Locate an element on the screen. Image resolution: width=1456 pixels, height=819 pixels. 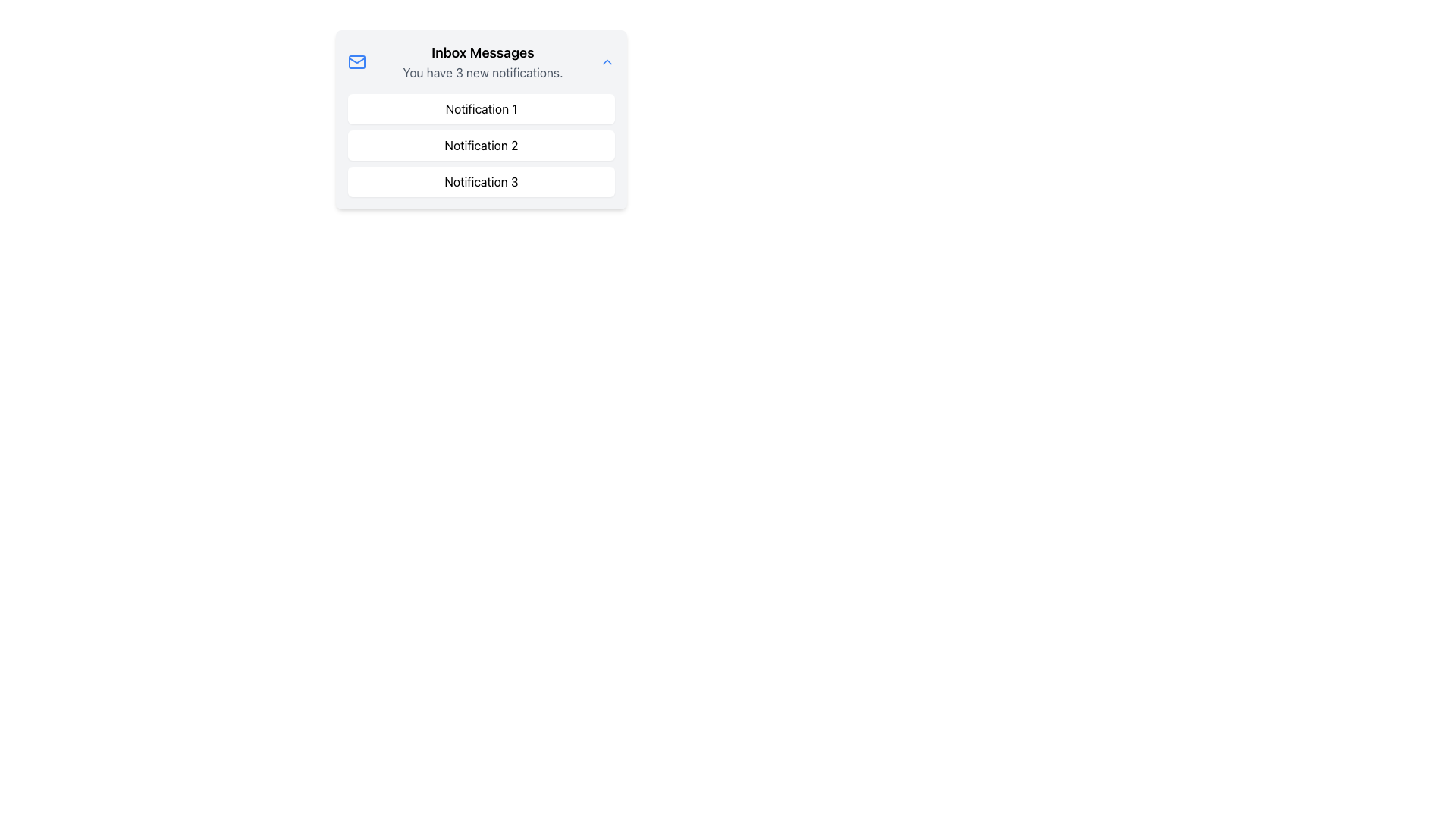
static text element that displays the number of new notifications available, located beneath the 'Inbox Messages' header is located at coordinates (482, 73).